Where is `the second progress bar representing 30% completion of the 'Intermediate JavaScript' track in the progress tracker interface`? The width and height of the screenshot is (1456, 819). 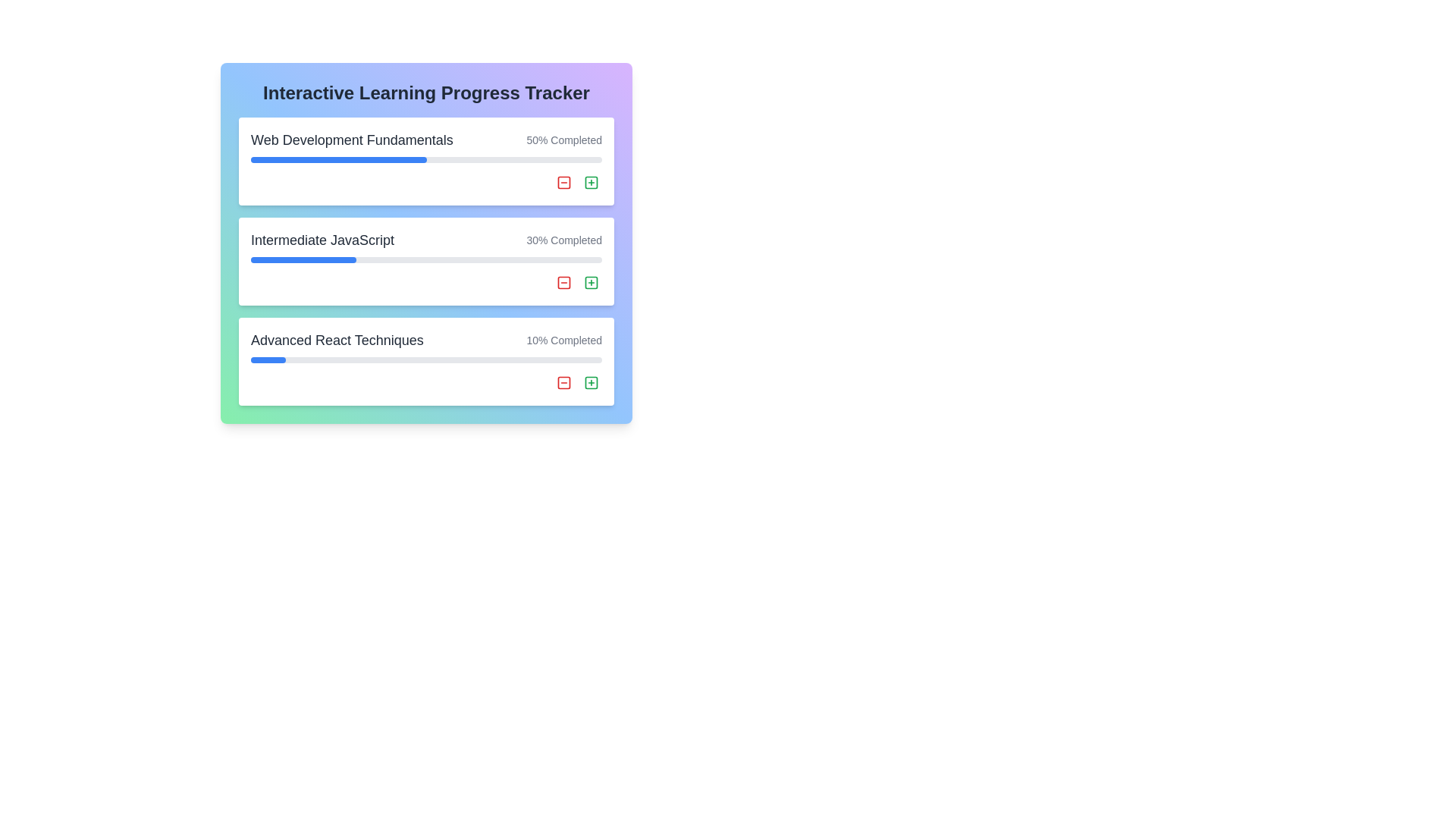 the second progress bar representing 30% completion of the 'Intermediate JavaScript' track in the progress tracker interface is located at coordinates (425, 260).